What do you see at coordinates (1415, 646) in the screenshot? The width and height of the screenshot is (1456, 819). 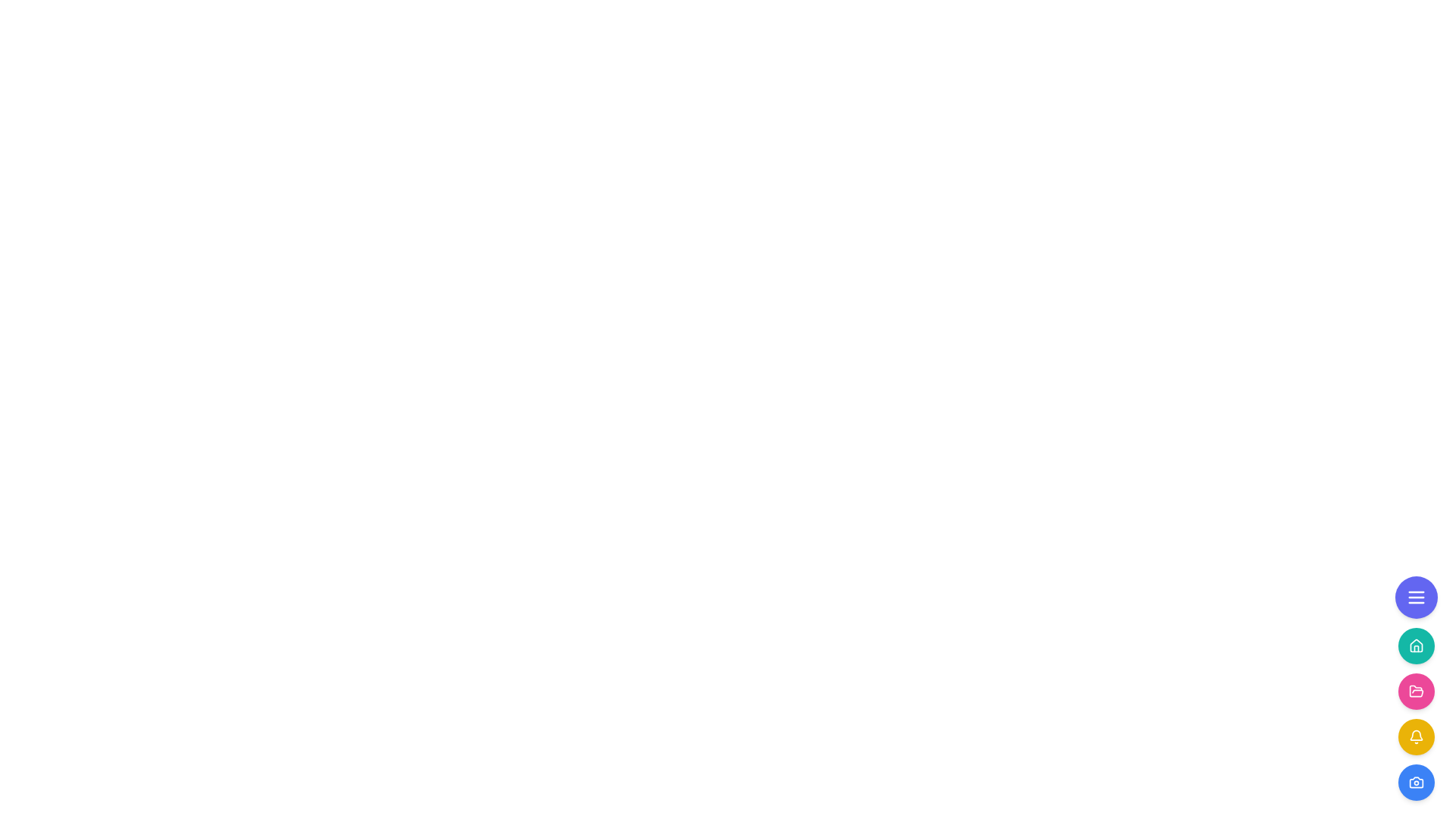 I see `the house icon button with a teal background` at bounding box center [1415, 646].